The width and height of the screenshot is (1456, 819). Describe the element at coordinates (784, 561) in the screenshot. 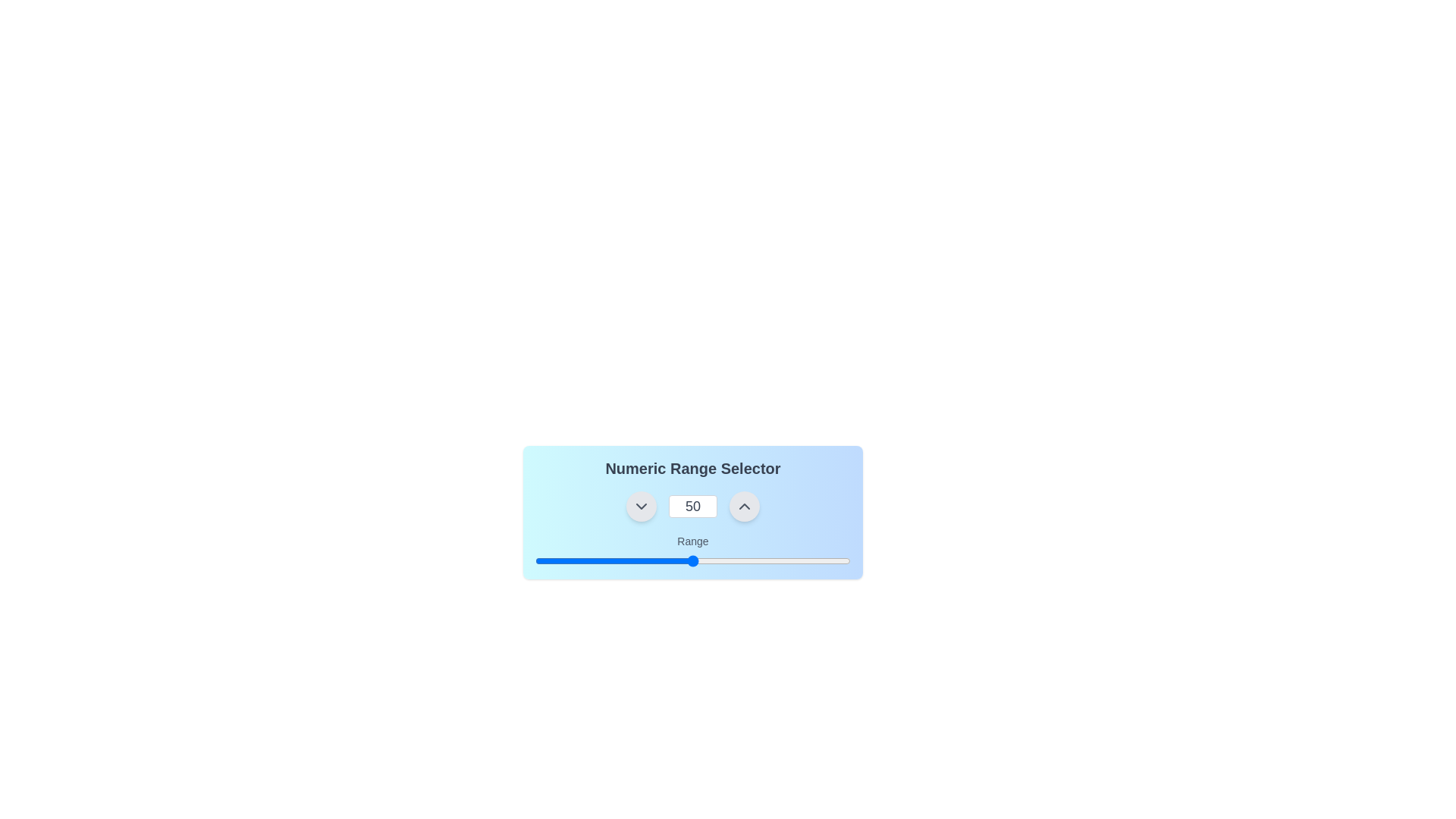

I see `range` at that location.